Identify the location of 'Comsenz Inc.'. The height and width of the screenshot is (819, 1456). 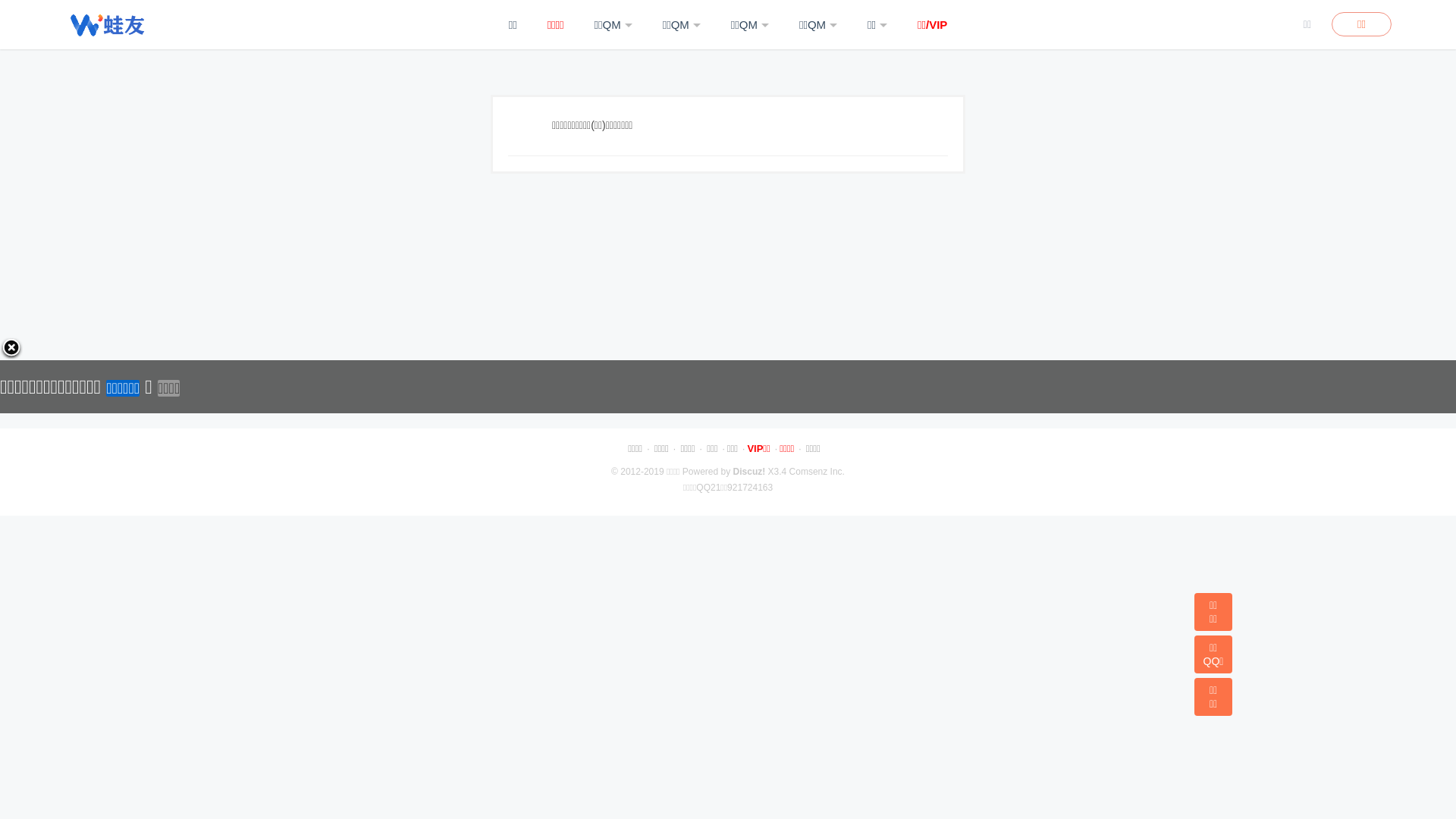
(816, 470).